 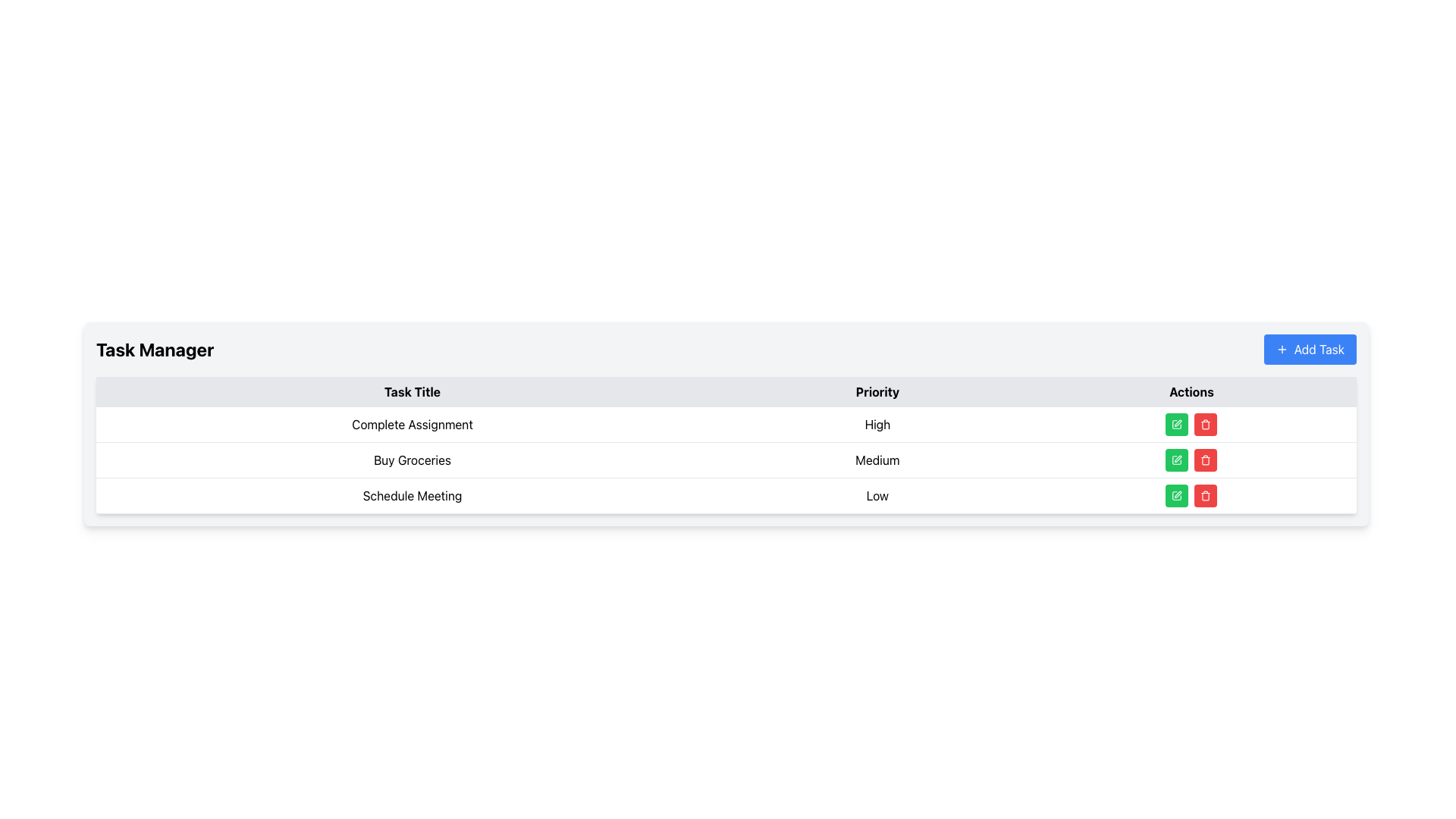 I want to click on the trash can icon within the delete button located in the 'Actions' column of the last row in the table, so click(x=1205, y=497).